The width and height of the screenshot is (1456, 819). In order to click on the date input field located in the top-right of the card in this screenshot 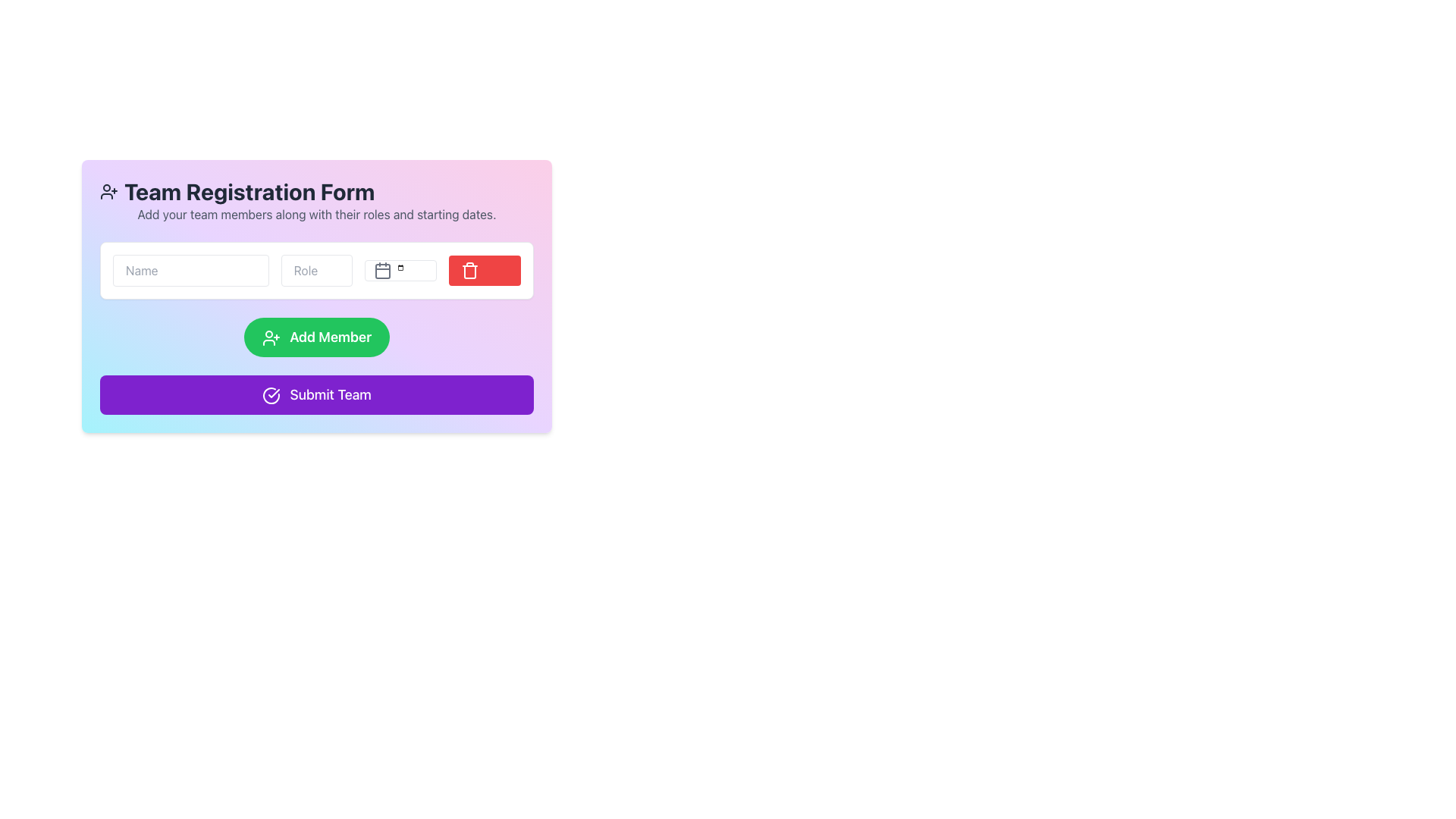, I will do `click(400, 270)`.